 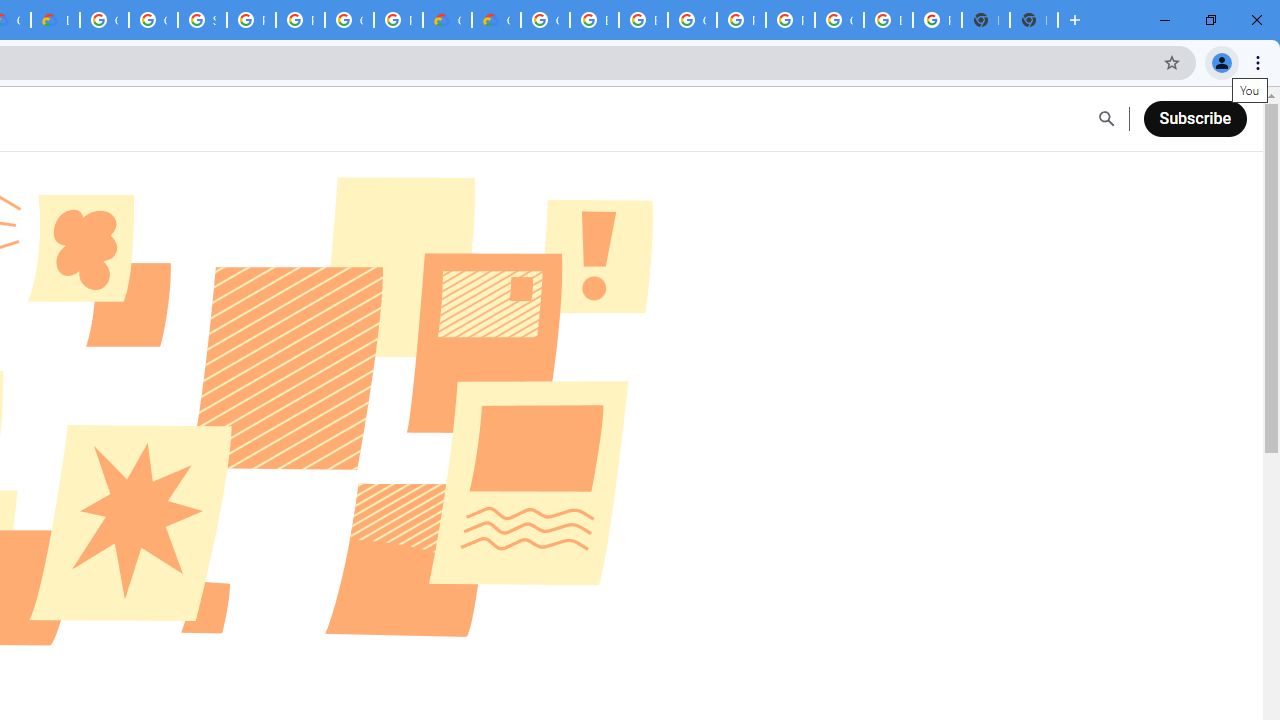 What do you see at coordinates (1034, 20) in the screenshot?
I see `'New Tab'` at bounding box center [1034, 20].